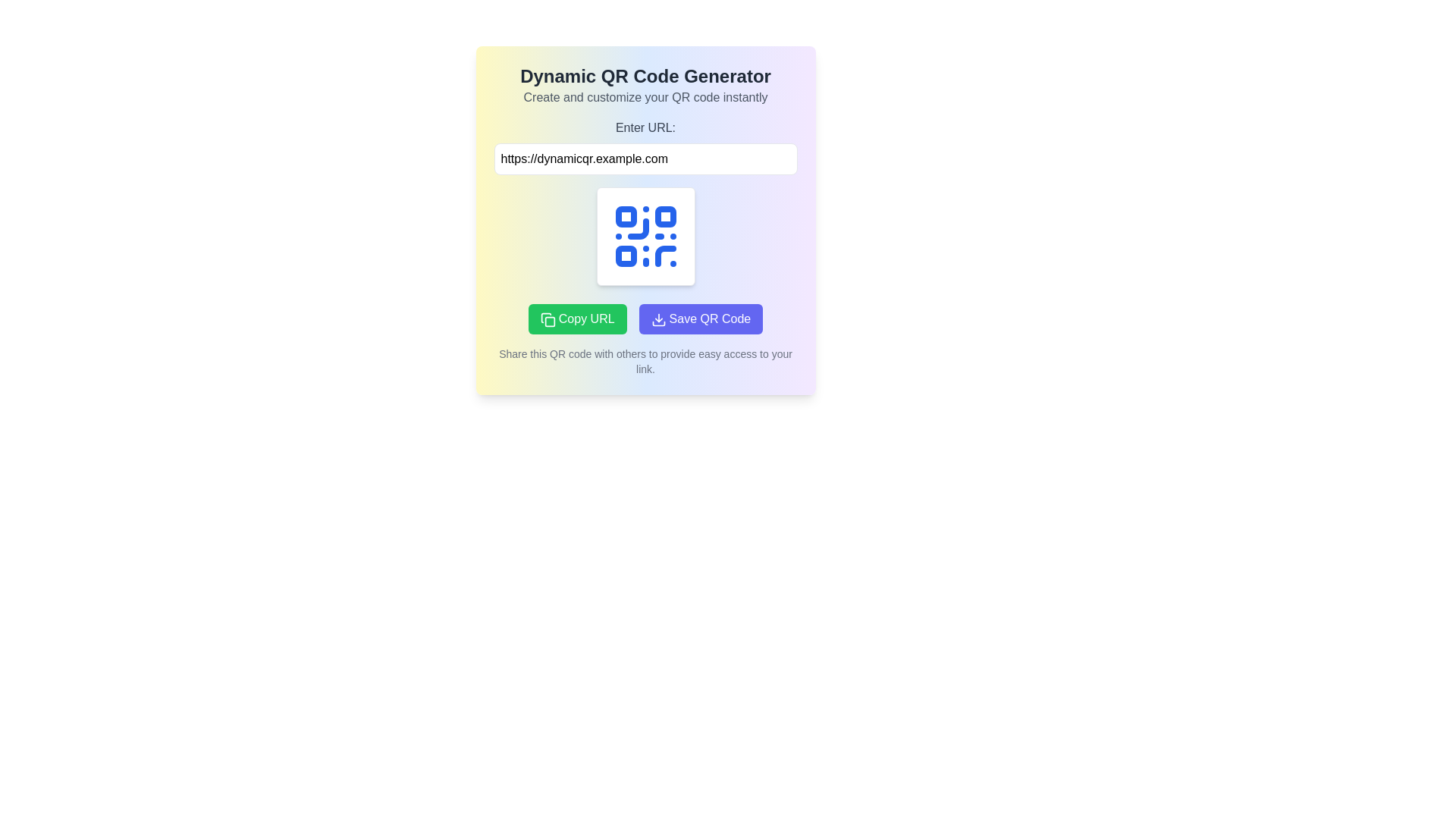  I want to click on the green 'Copy URL' button with a white icon of two overlapping squares to copy the URL, so click(576, 318).